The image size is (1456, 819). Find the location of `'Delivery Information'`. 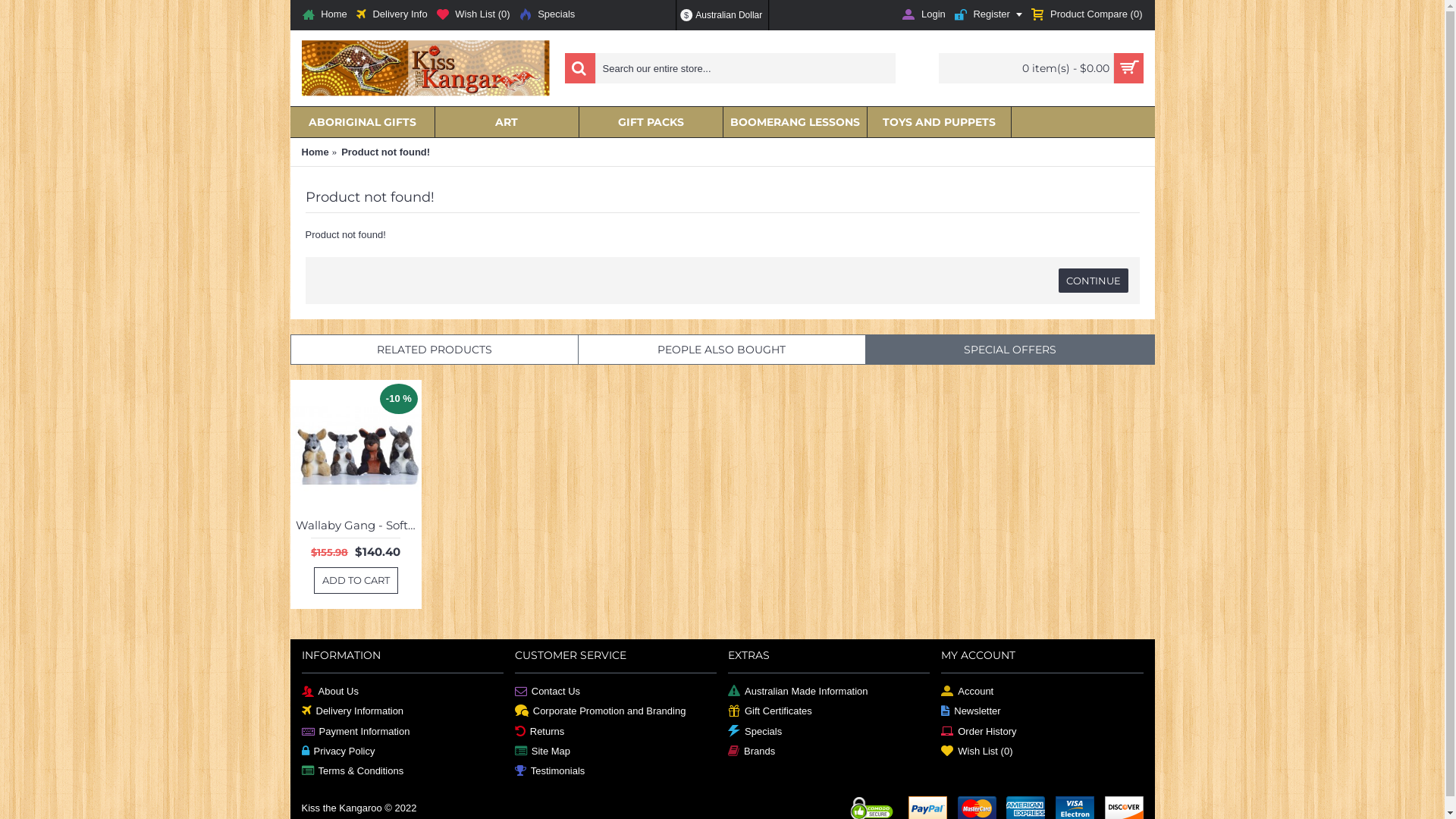

'Delivery Information' is located at coordinates (403, 711).